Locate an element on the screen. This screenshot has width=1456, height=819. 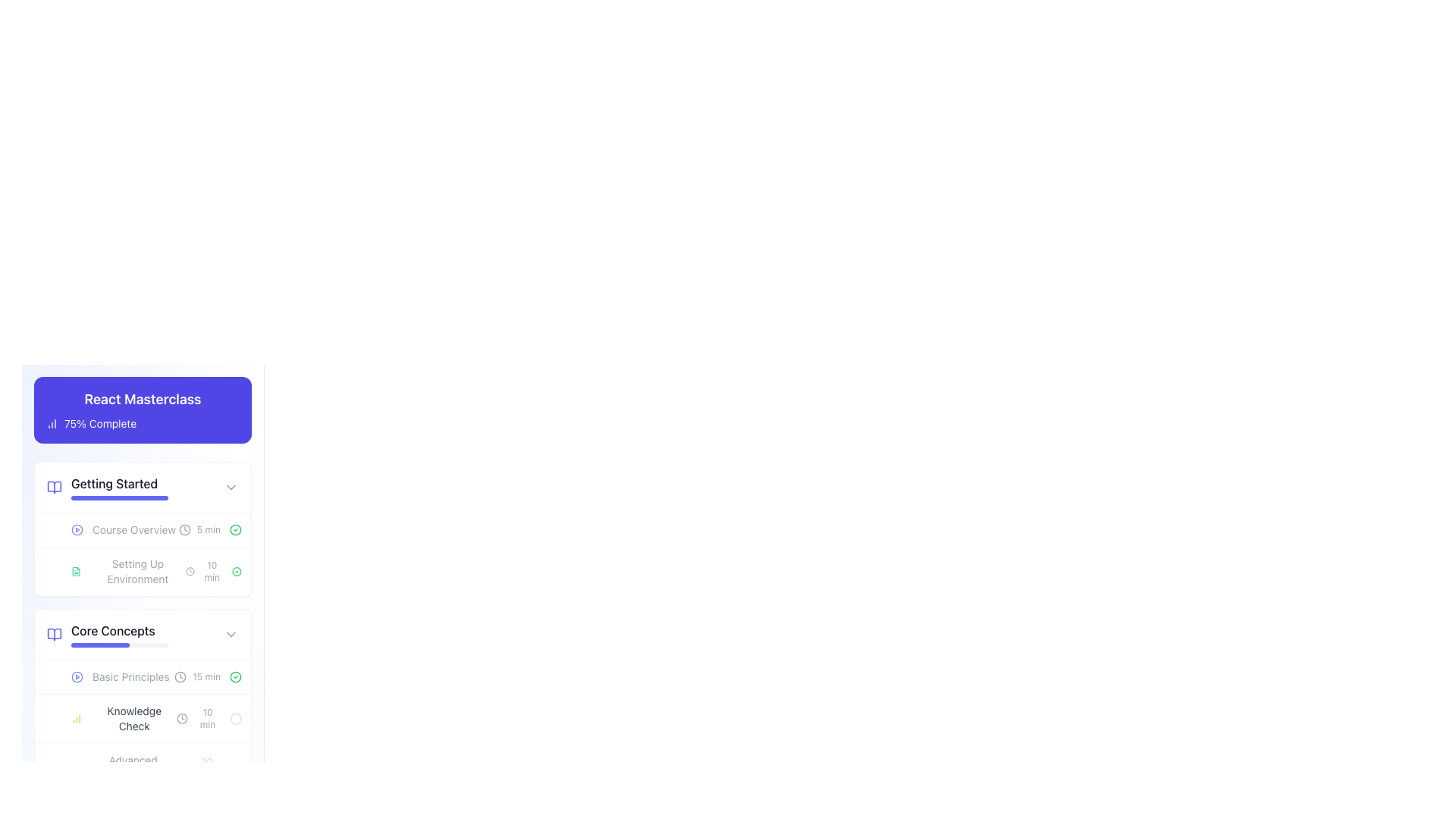
the 'Knowledge Check' list item in the 'Core Concepts' section which features a bar chart icon on the left and '10 min' on the right is located at coordinates (143, 717).